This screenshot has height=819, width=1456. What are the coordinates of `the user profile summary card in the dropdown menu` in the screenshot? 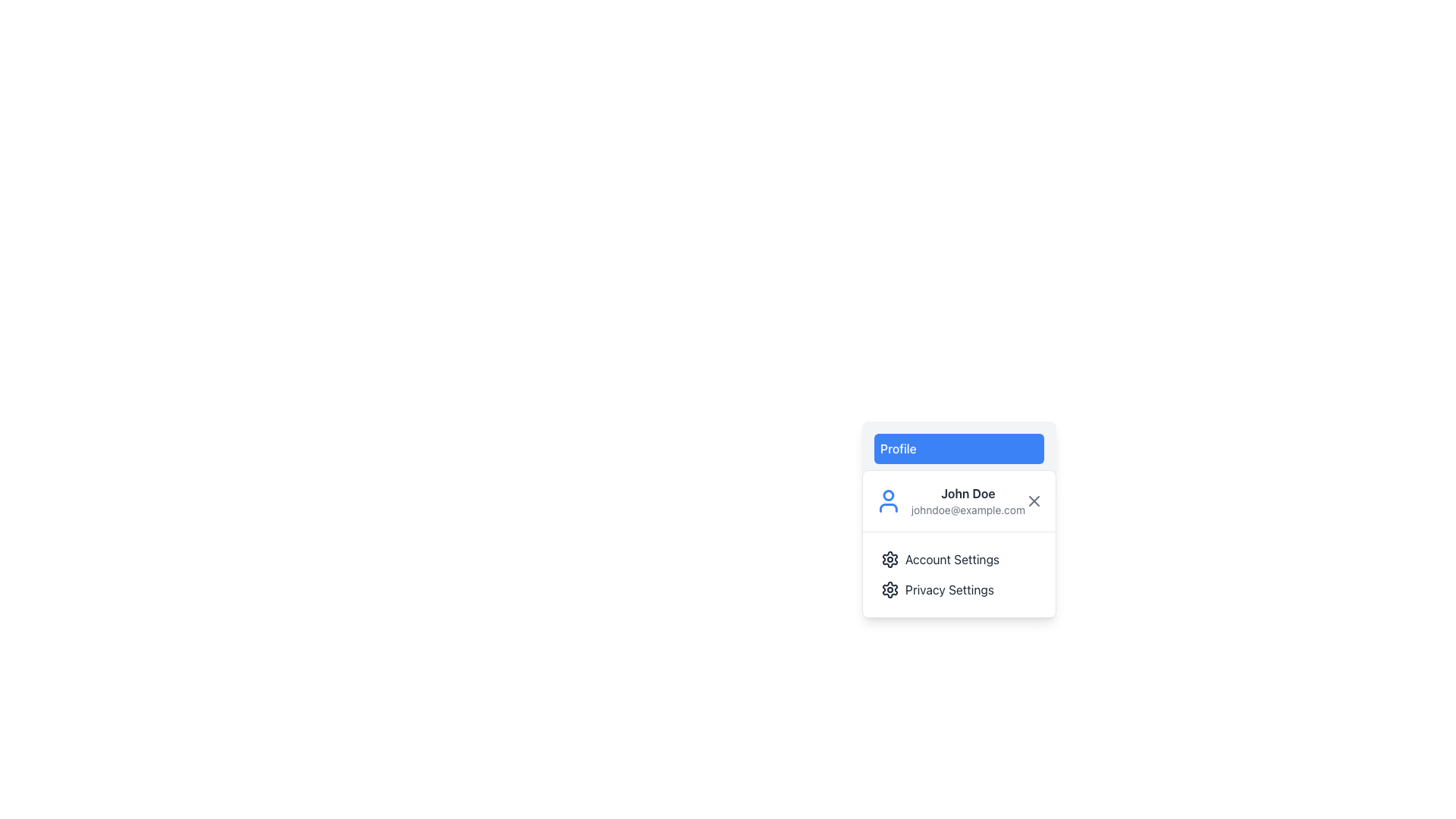 It's located at (959, 500).